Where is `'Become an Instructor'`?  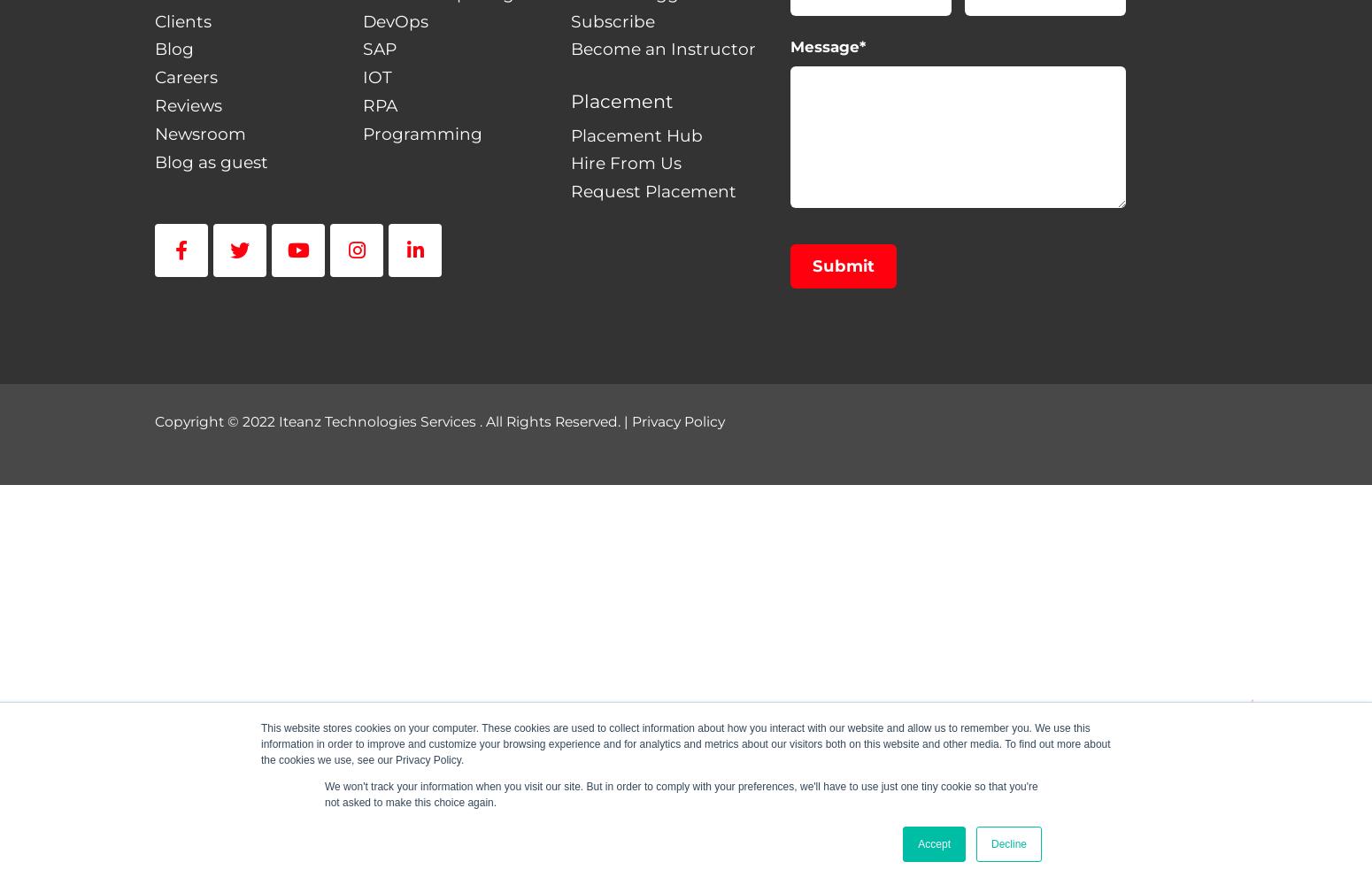 'Become an Instructor' is located at coordinates (662, 49).